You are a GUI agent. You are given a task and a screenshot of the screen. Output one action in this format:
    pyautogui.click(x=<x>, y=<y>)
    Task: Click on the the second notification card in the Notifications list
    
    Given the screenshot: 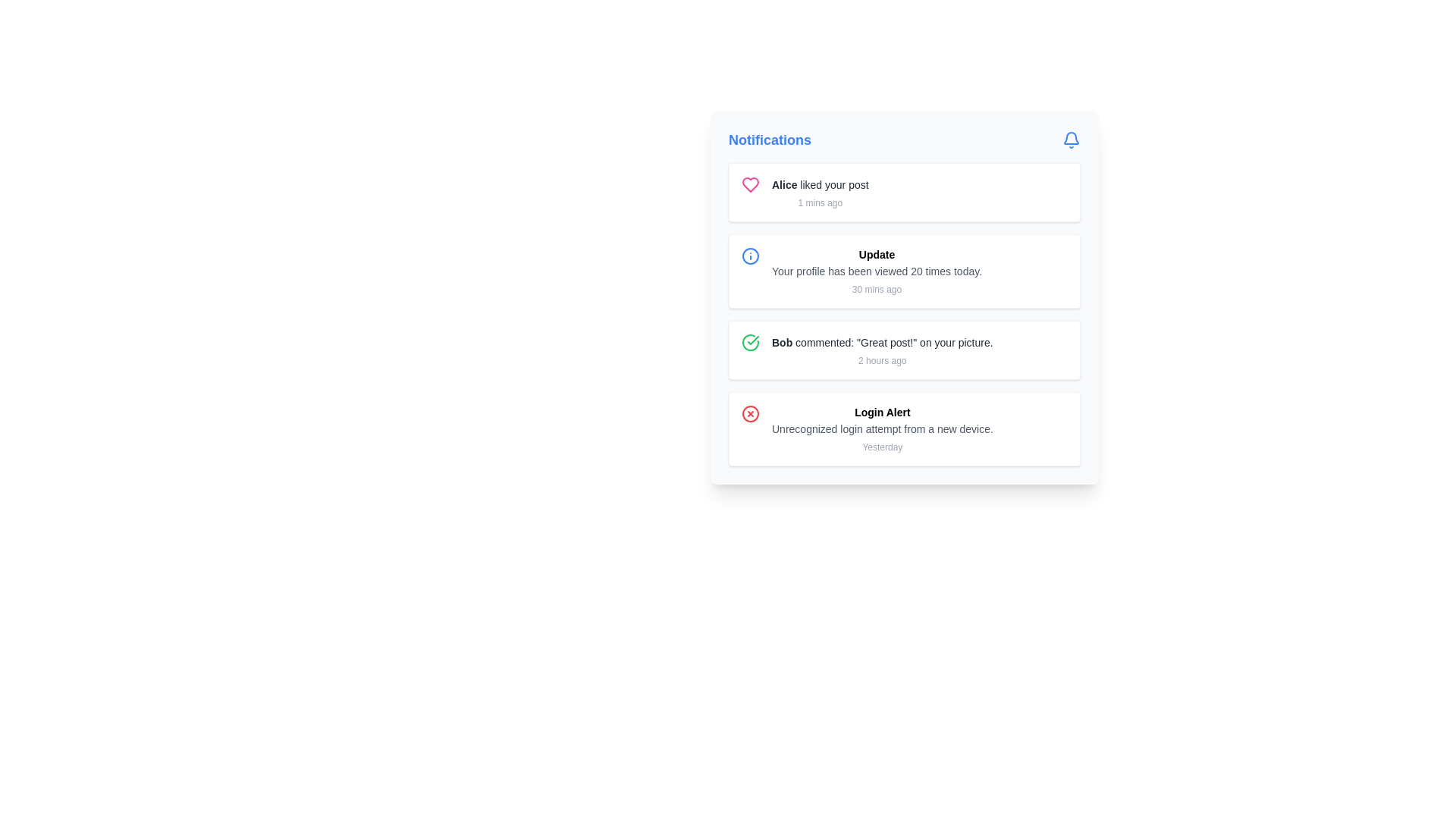 What is the action you would take?
    pyautogui.click(x=905, y=271)
    